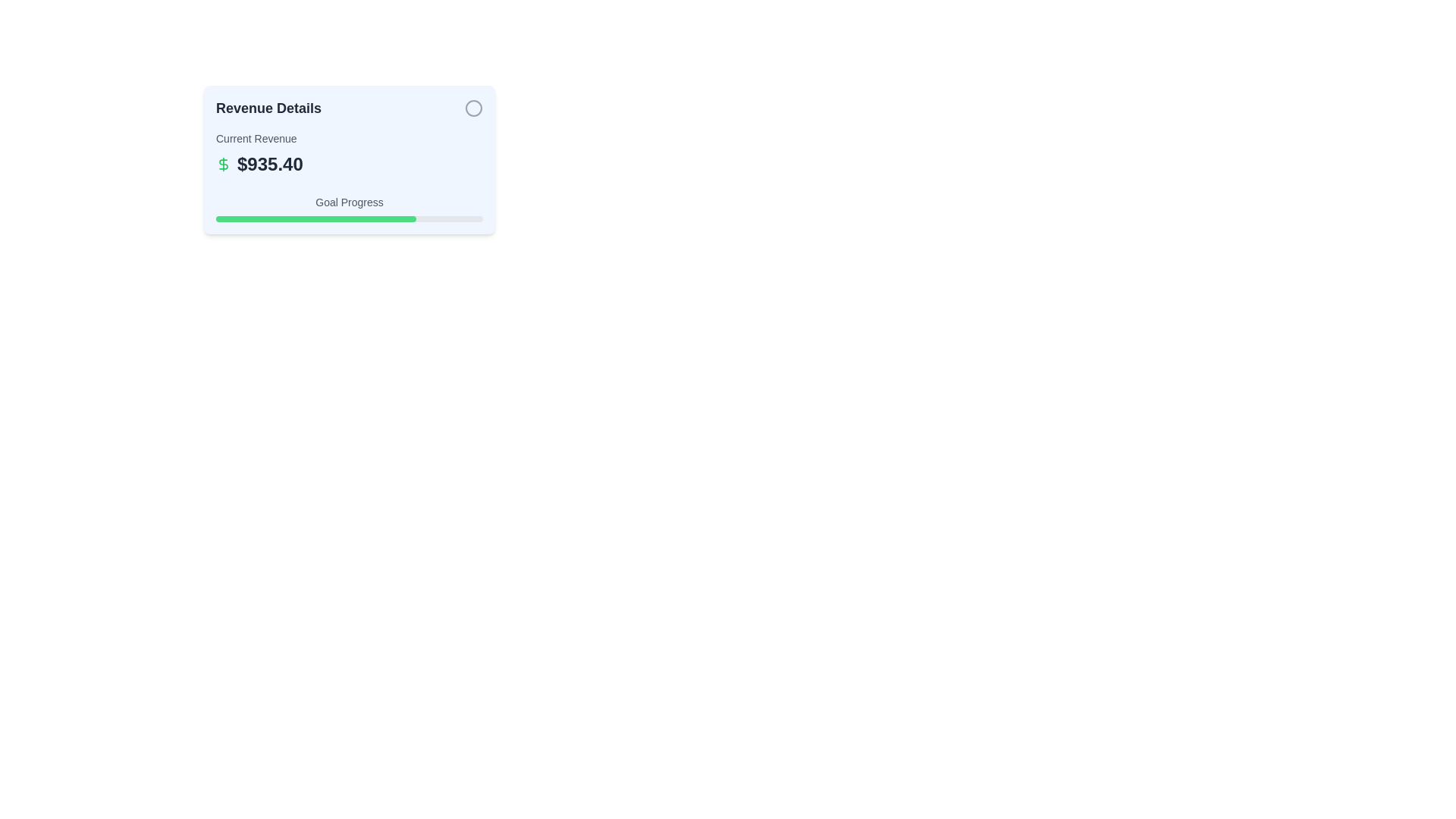  I want to click on the 'Goal Progress' text label, which is displayed in a medium-size light gray font above a progress bar, so click(348, 201).